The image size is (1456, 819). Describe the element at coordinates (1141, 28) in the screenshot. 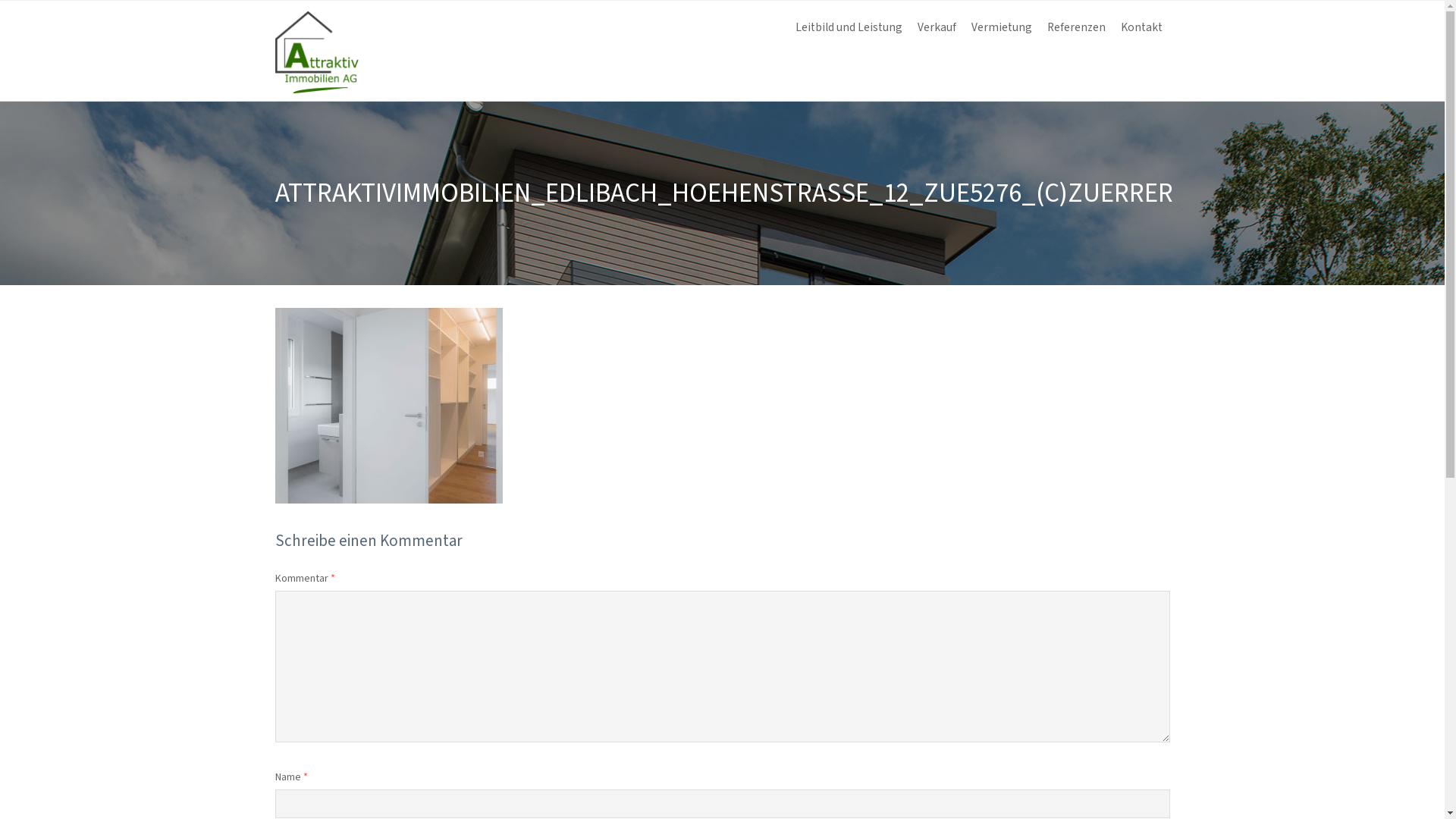

I see `'Kontakt'` at that location.